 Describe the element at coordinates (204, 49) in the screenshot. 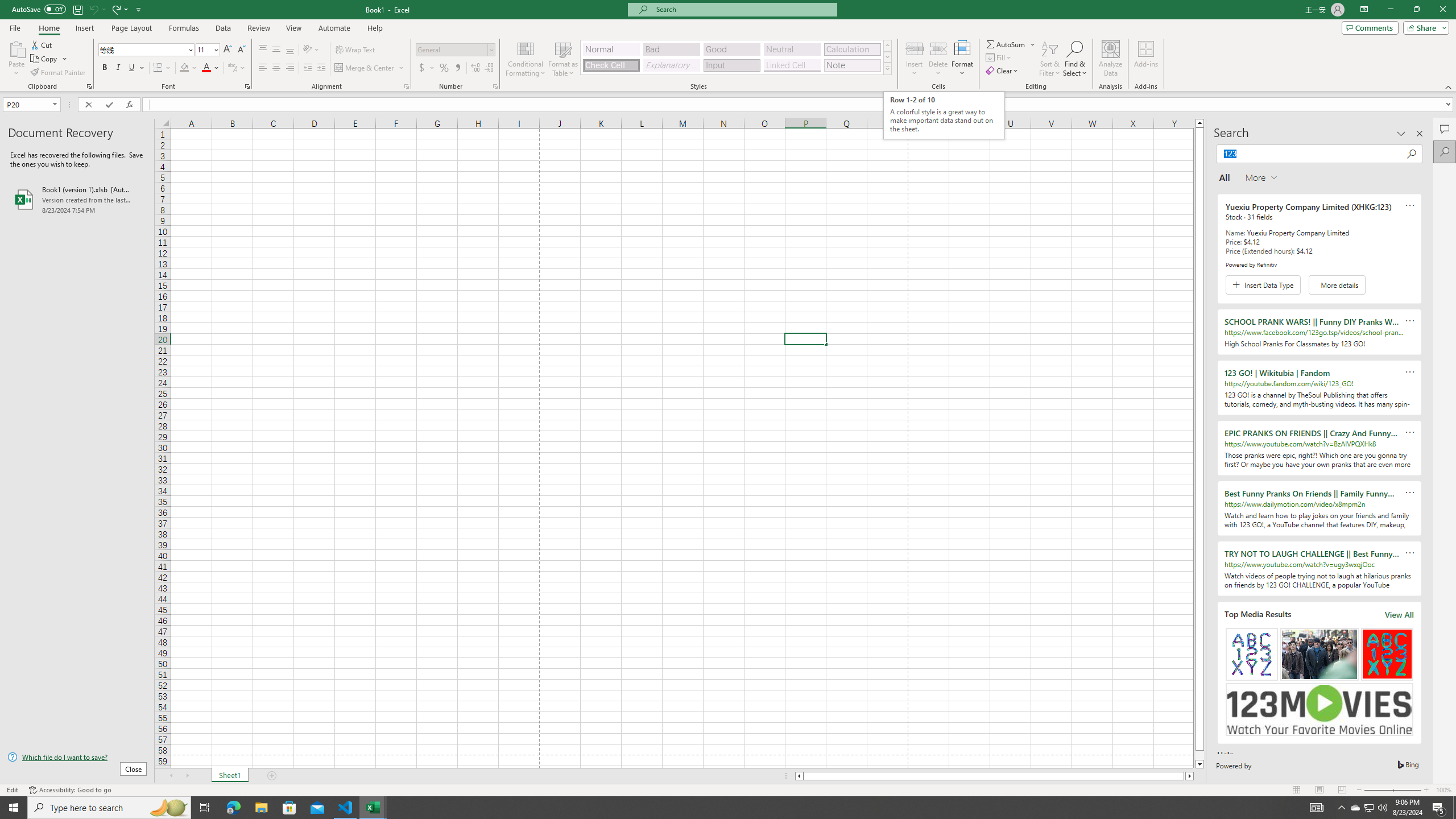

I see `'Font Size'` at that location.